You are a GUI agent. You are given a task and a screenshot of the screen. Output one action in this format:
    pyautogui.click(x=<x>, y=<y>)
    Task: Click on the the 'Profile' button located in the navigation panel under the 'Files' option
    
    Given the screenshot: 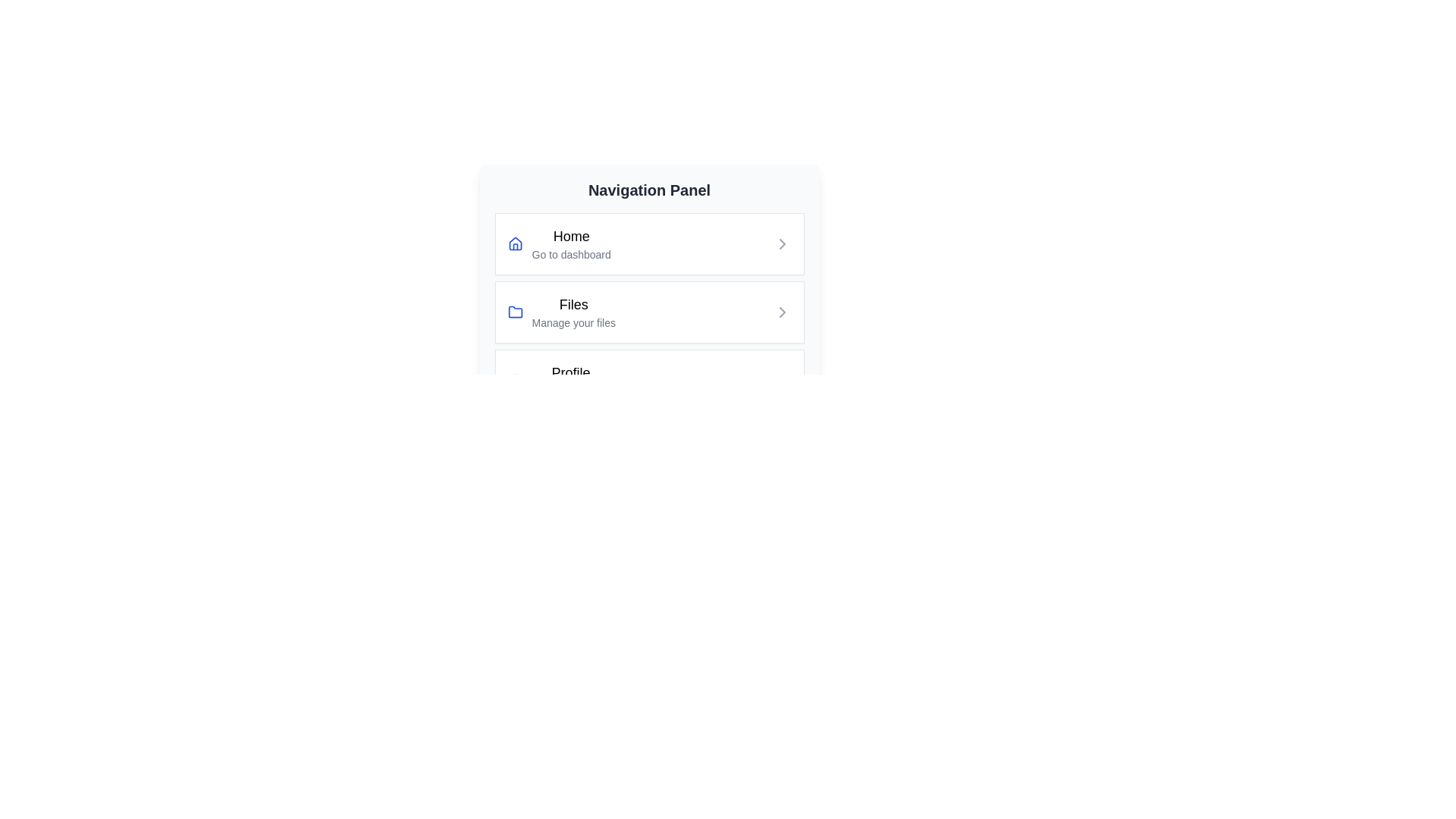 What is the action you would take?
    pyautogui.click(x=570, y=379)
    